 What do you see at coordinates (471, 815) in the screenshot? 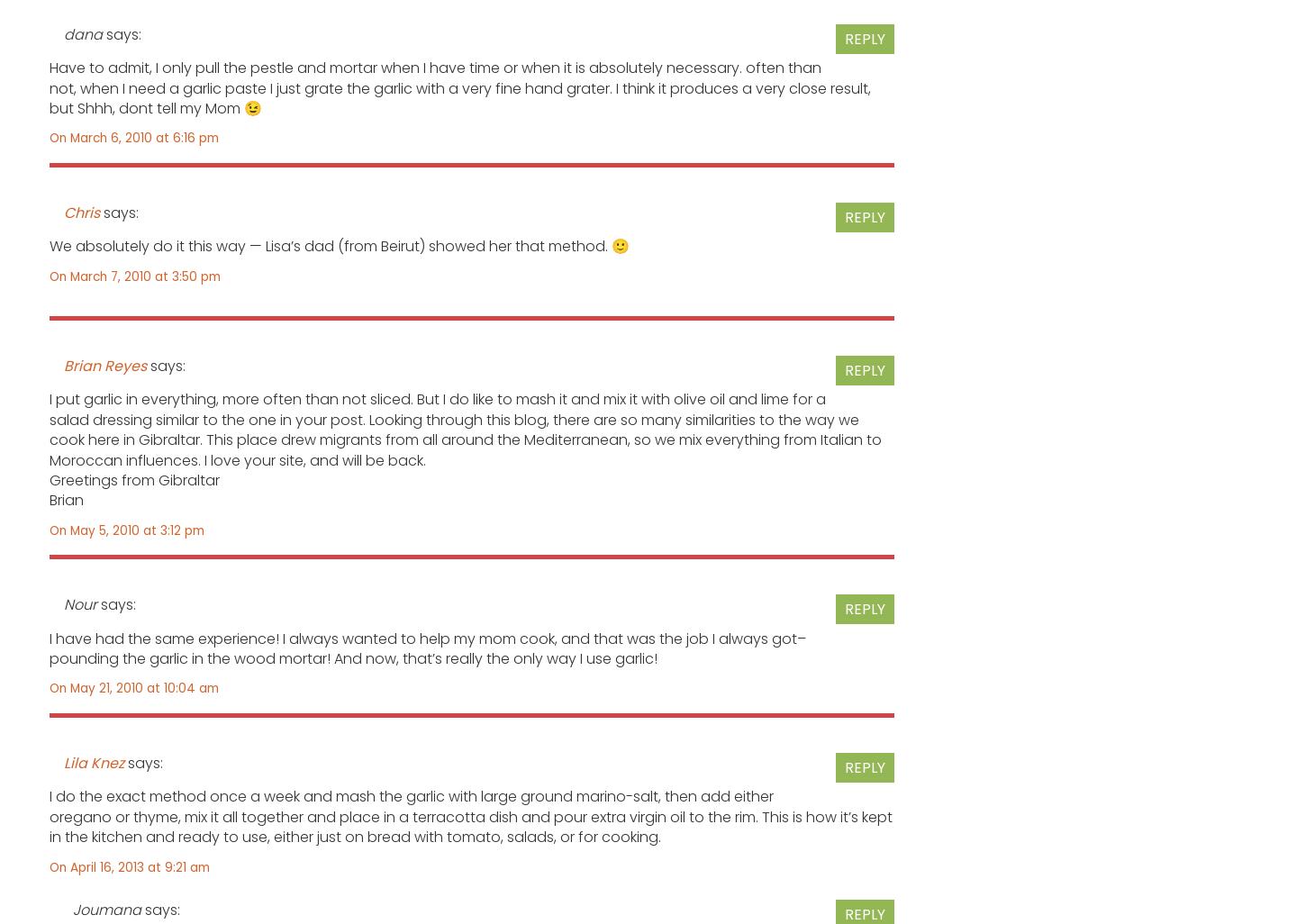
I see `'I do the exact method once a week and mash the garlic with large ground marino-salt, then add either oregano or thyme, mix it all together and place in a terracotta dish and pour extra virgin oil to the rim. This is how it’s kept in the kitchen and ready to use, either just on bread with tomato, salads, or for cooking.'` at bounding box center [471, 815].